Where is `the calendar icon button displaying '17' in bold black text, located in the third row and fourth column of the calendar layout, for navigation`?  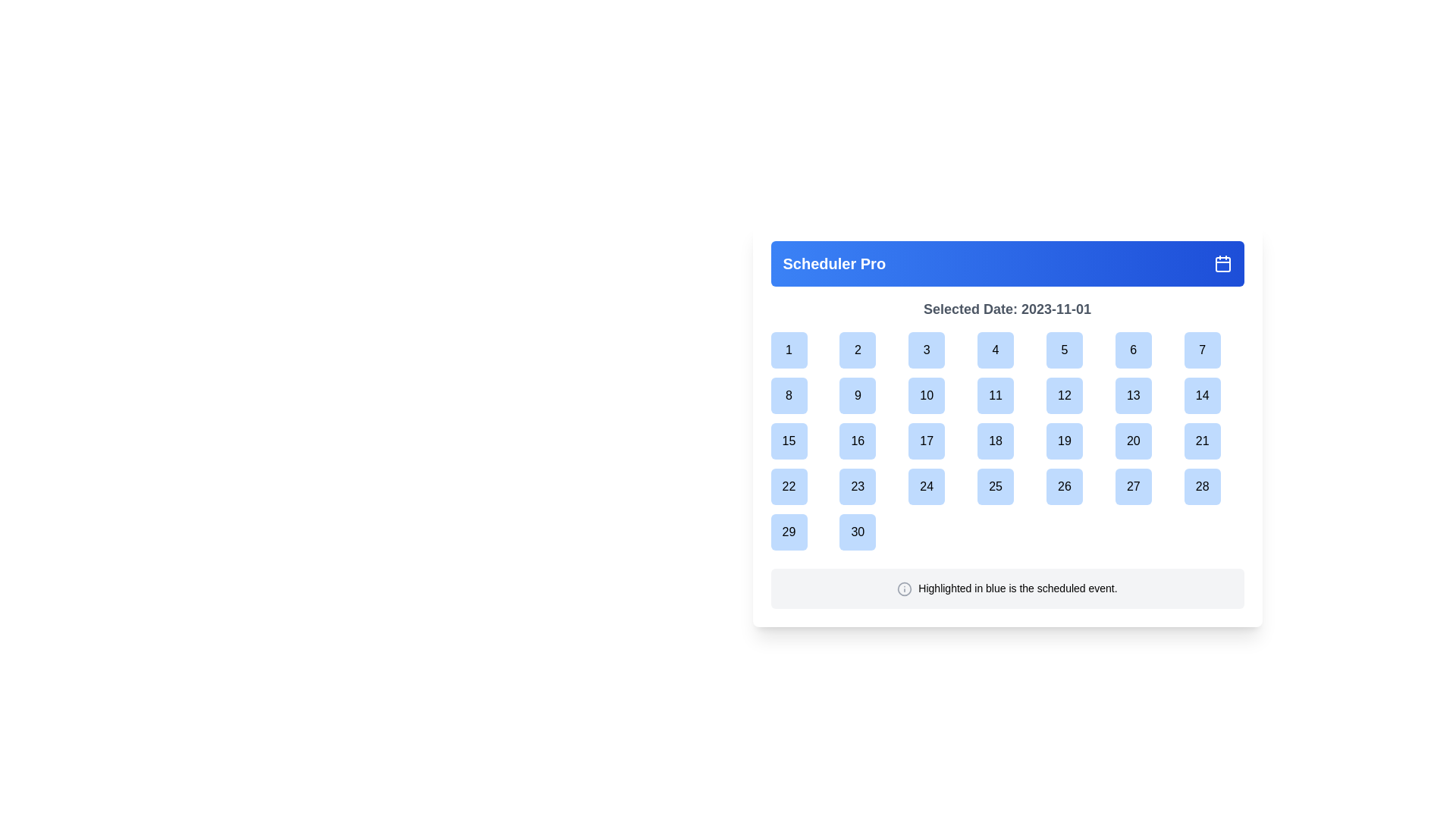
the calendar icon button displaying '17' in bold black text, located in the third row and fourth column of the calendar layout, for navigation is located at coordinates (926, 441).